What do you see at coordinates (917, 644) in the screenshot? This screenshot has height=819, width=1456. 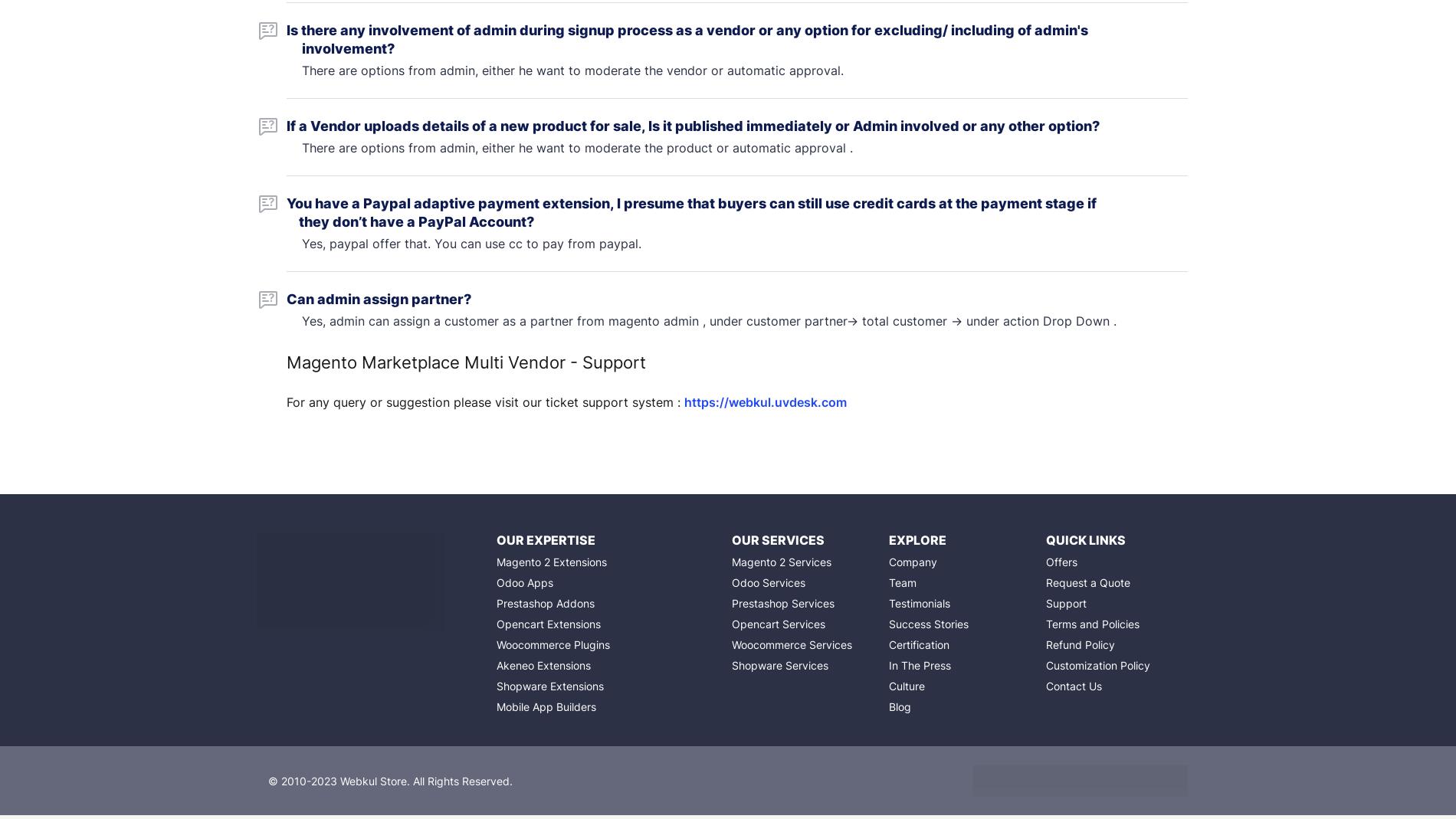 I see `'Certification'` at bounding box center [917, 644].